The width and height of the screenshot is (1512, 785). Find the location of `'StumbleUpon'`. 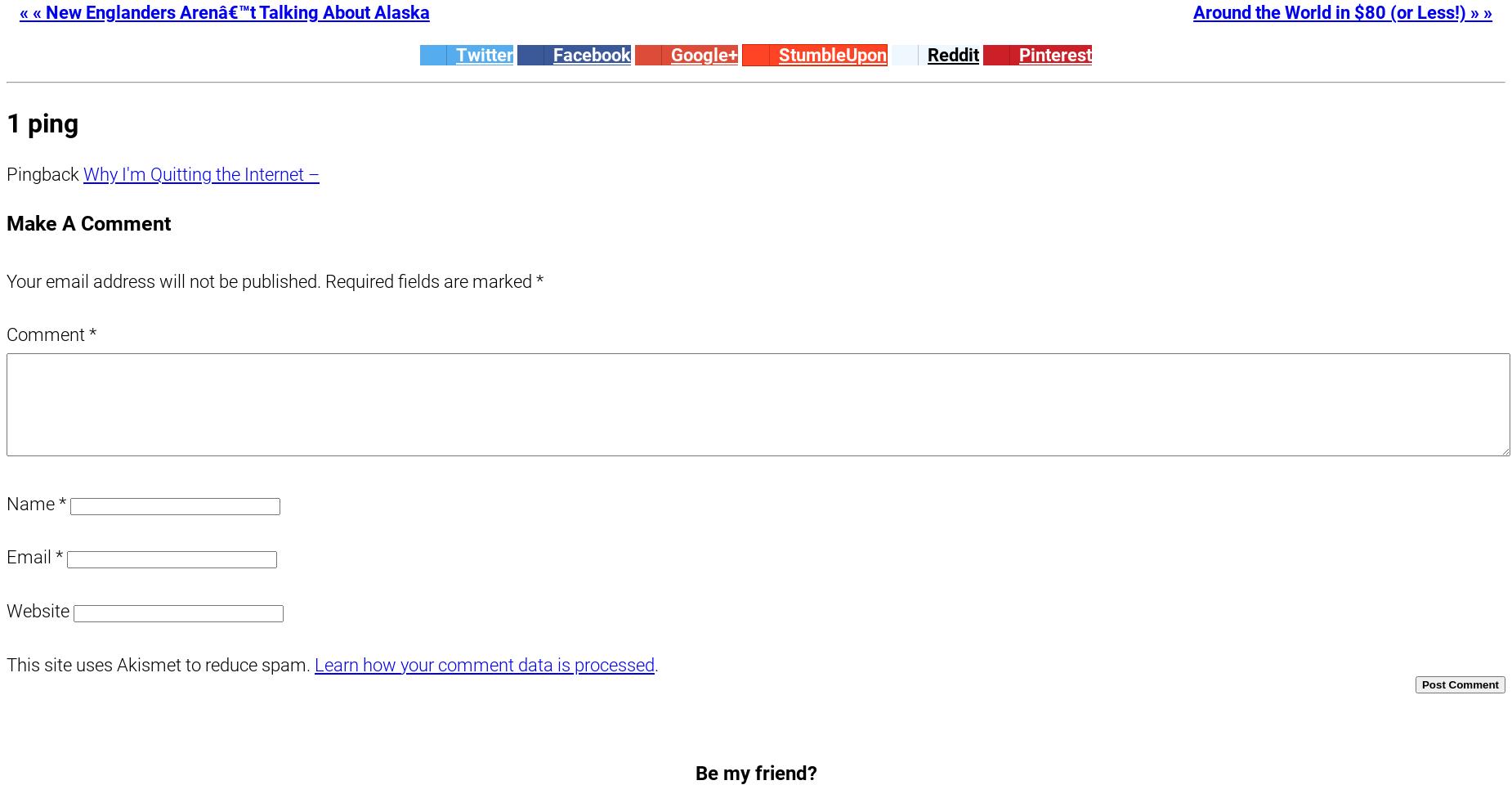

'StumbleUpon' is located at coordinates (777, 55).